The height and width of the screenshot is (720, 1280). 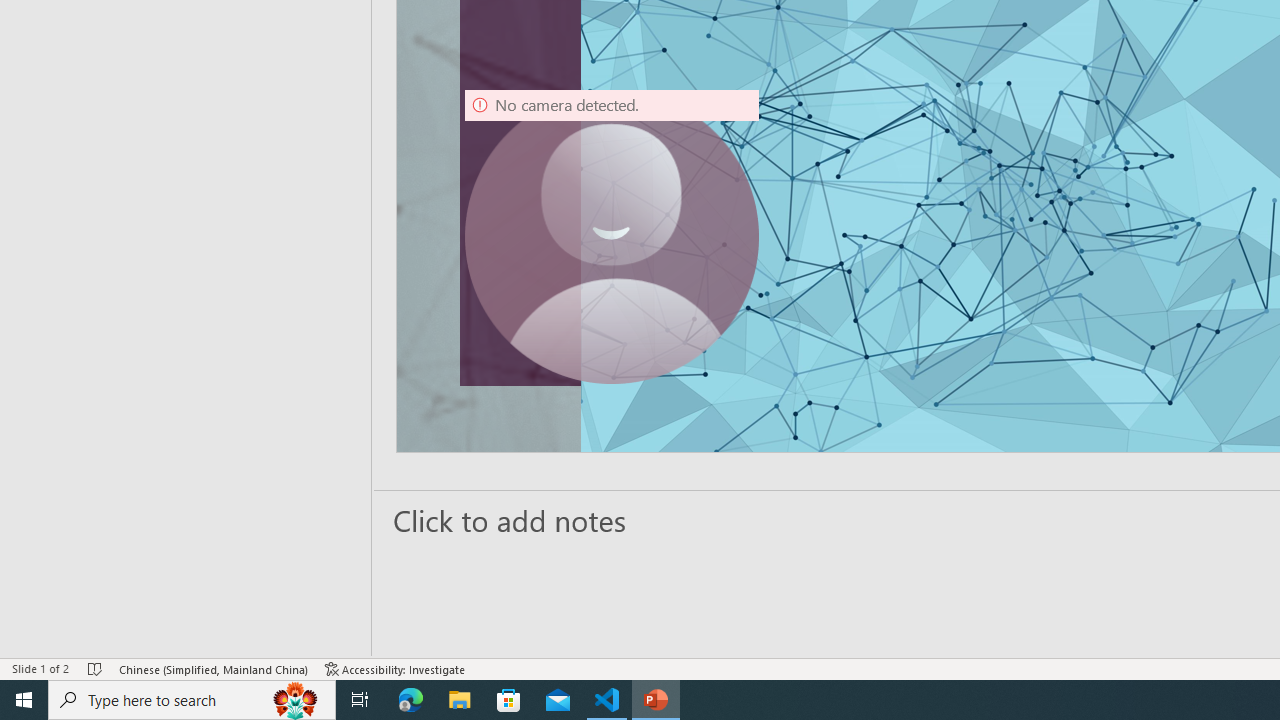 I want to click on 'Accessibility Checker Accessibility: Investigate', so click(x=395, y=669).